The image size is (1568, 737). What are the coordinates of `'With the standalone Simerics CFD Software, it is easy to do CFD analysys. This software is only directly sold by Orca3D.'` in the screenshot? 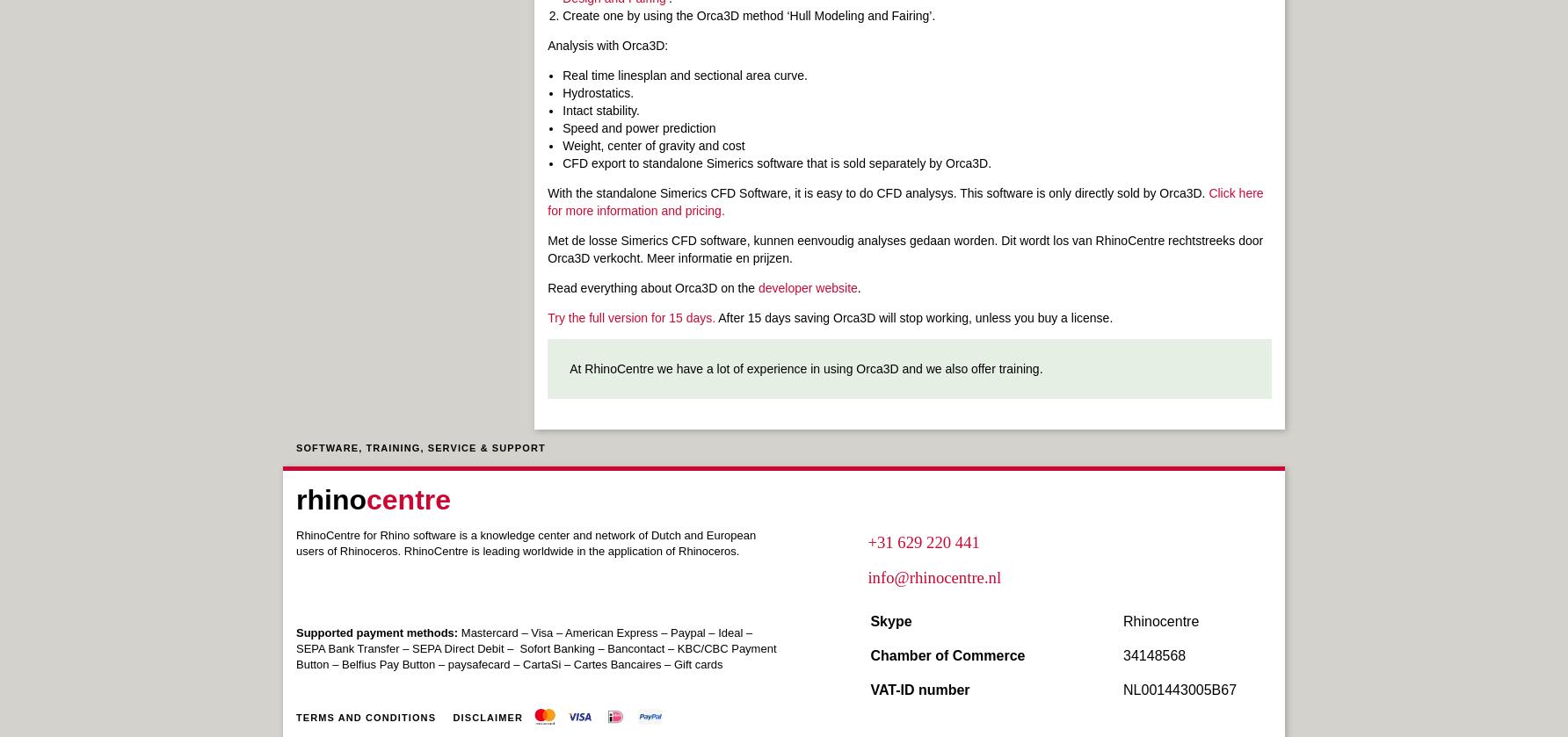 It's located at (878, 192).